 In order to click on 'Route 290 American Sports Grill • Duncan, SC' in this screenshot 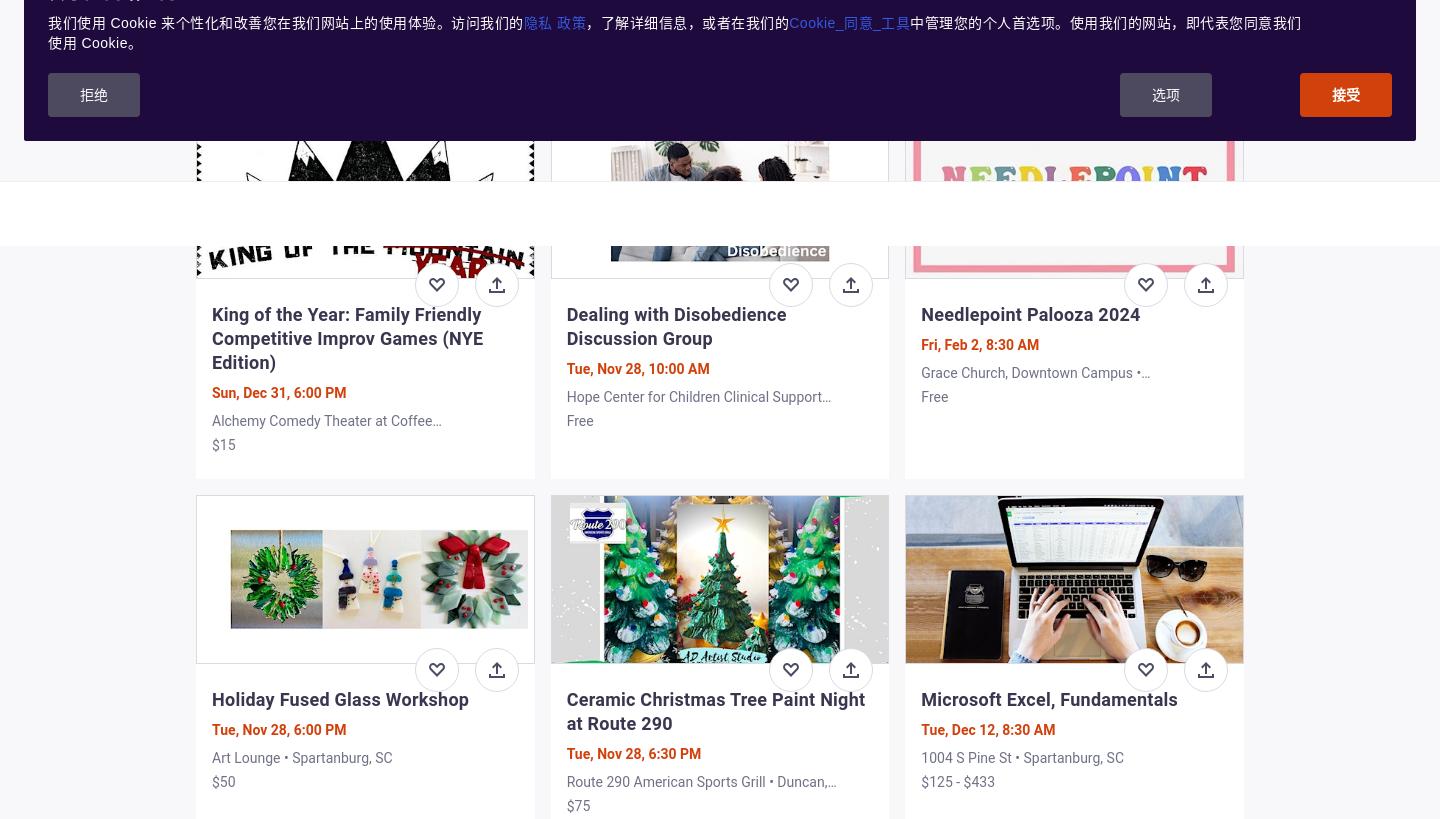, I will do `click(696, 790)`.